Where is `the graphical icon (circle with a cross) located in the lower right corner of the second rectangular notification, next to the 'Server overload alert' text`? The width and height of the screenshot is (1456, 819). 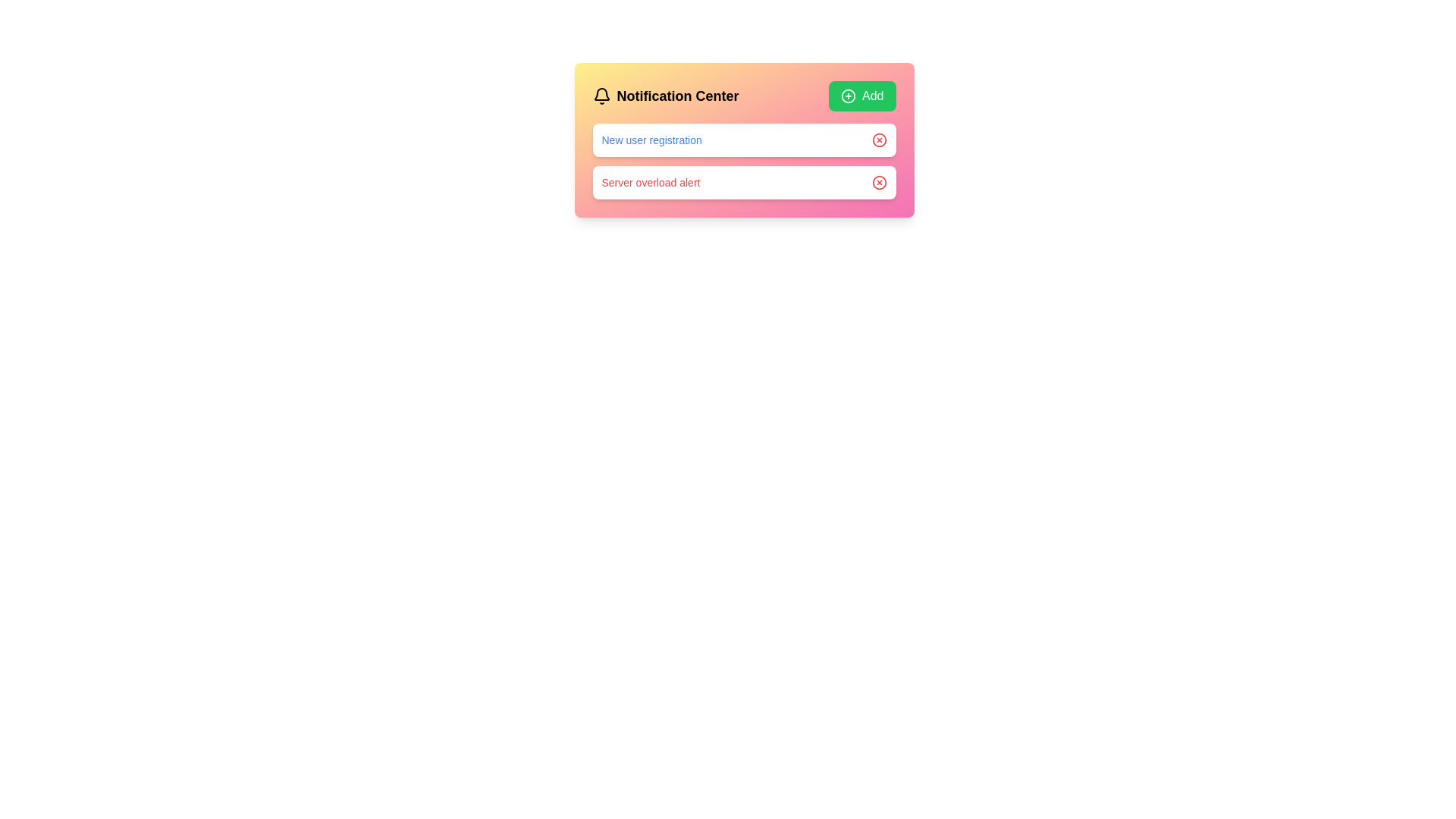 the graphical icon (circle with a cross) located in the lower right corner of the second rectangular notification, next to the 'Server overload alert' text is located at coordinates (879, 181).